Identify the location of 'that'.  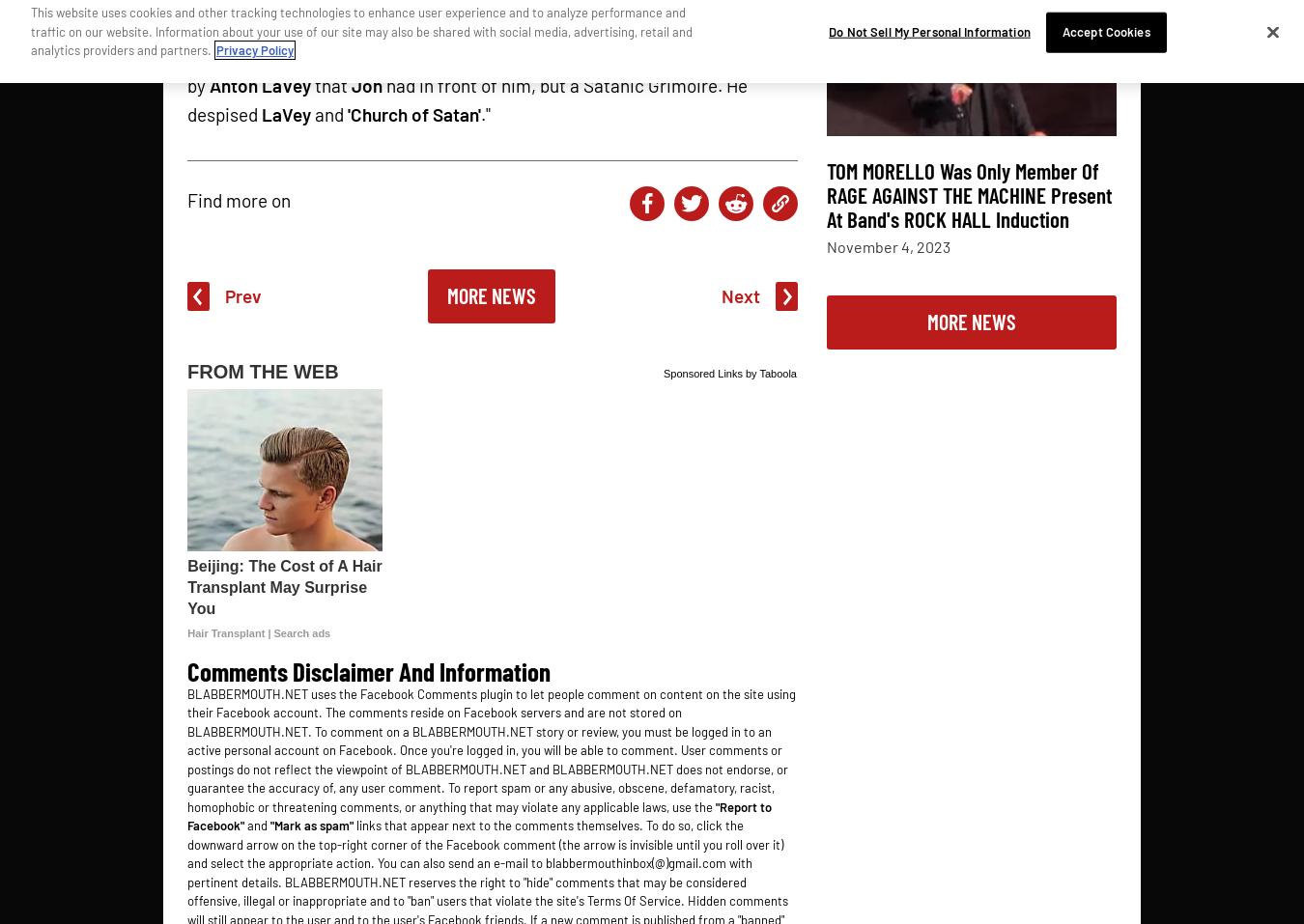
(331, 83).